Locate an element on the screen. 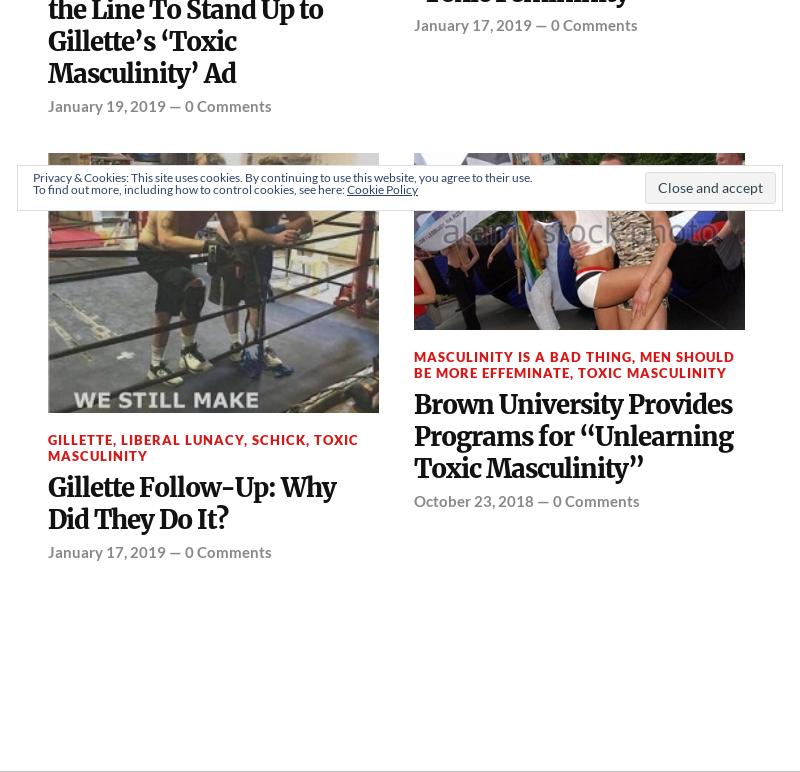 The width and height of the screenshot is (800, 772). 'January 19, 2019' is located at coordinates (105, 103).